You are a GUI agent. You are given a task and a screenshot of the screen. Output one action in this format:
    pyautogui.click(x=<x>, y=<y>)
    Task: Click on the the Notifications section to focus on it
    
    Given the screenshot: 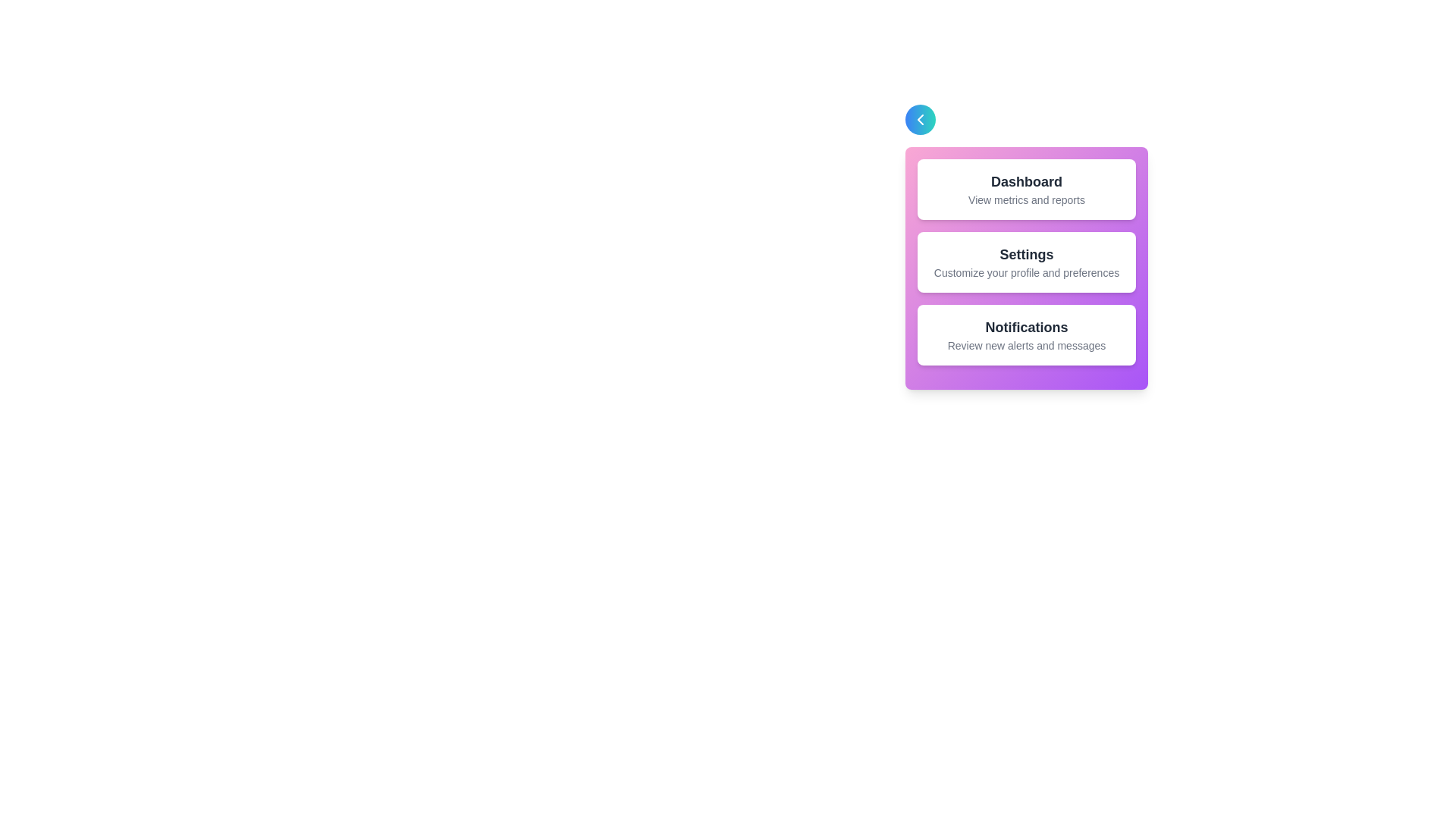 What is the action you would take?
    pyautogui.click(x=1026, y=334)
    